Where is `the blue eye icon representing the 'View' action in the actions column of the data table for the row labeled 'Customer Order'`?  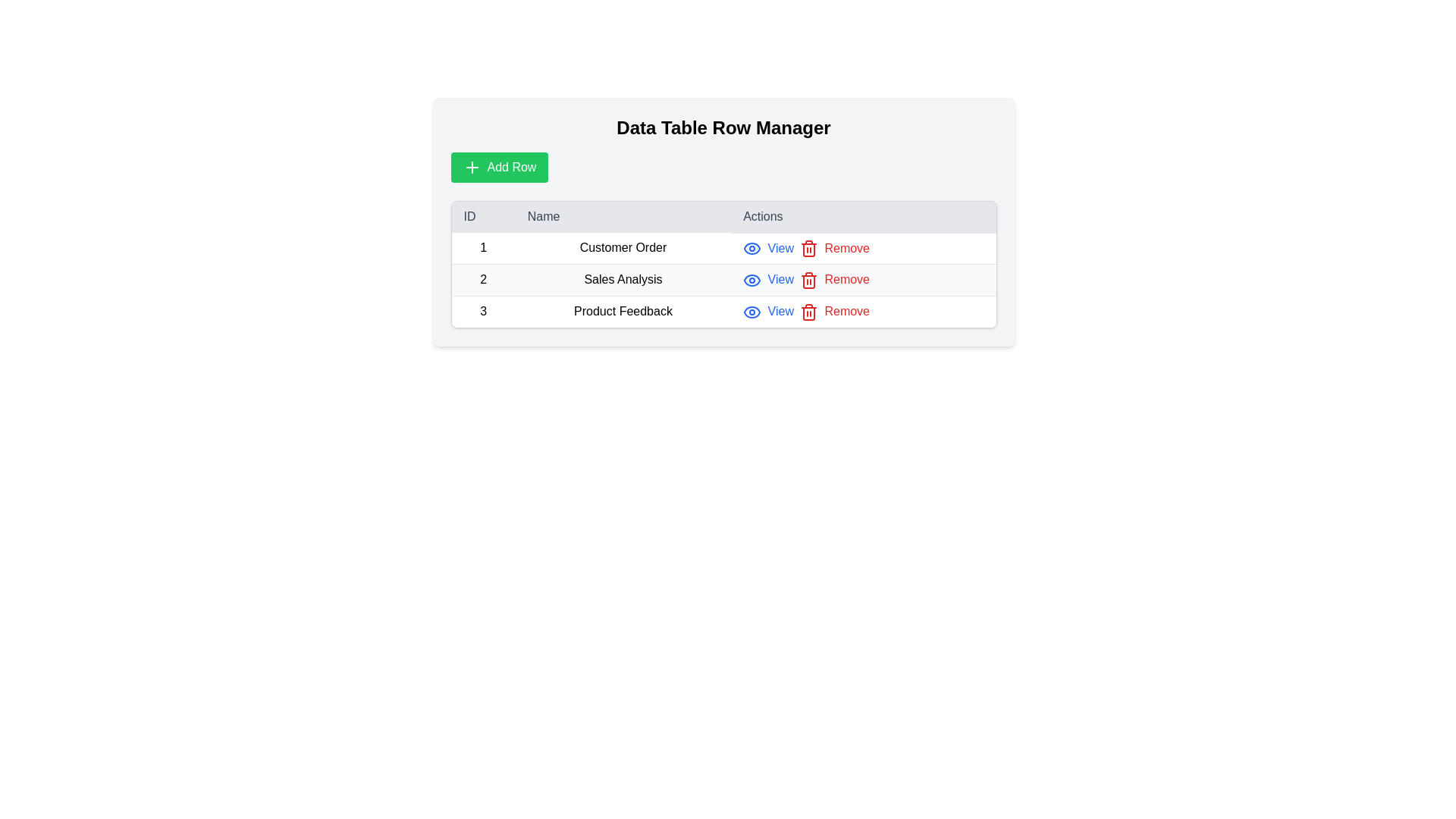
the blue eye icon representing the 'View' action in the actions column of the data table for the row labeled 'Customer Order' is located at coordinates (752, 248).